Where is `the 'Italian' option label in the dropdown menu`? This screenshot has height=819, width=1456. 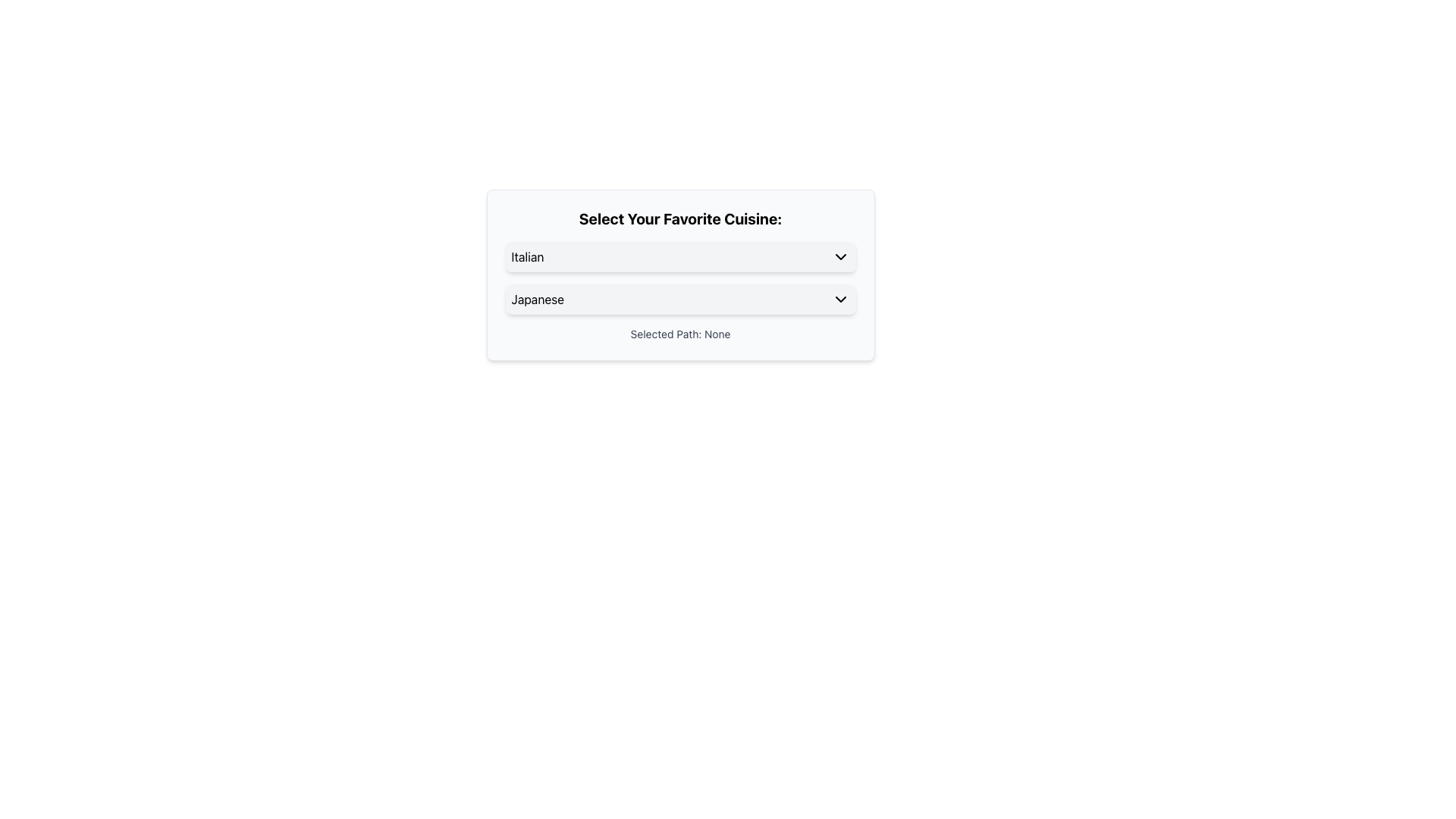 the 'Italian' option label in the dropdown menu is located at coordinates (528, 256).